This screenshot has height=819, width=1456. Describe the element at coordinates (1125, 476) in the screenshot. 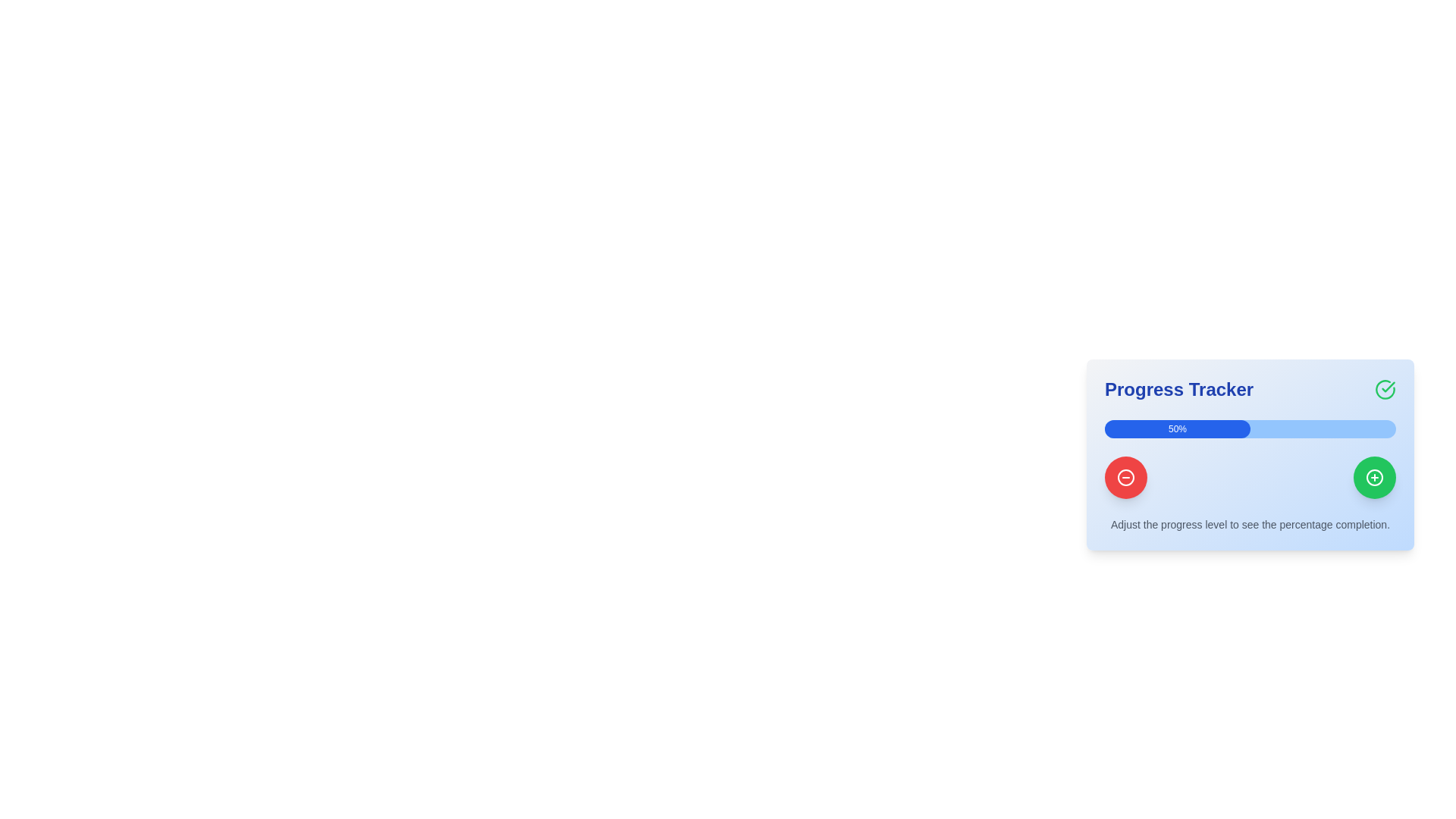

I see `the circular red button with a dash symbol in the Progress Tracker panel` at that location.